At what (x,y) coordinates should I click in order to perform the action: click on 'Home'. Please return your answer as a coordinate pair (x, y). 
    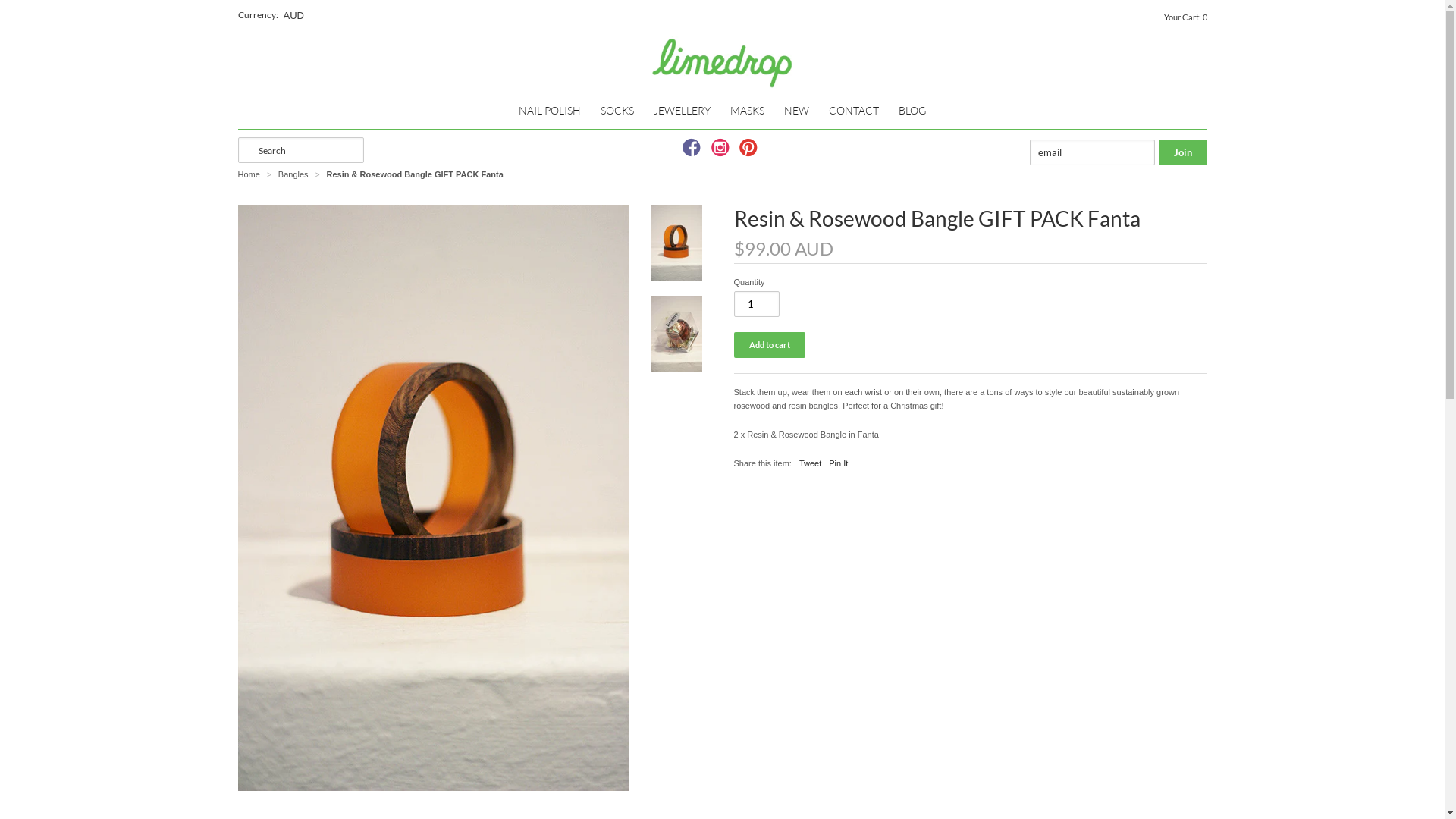
    Looking at the image, I should click on (237, 174).